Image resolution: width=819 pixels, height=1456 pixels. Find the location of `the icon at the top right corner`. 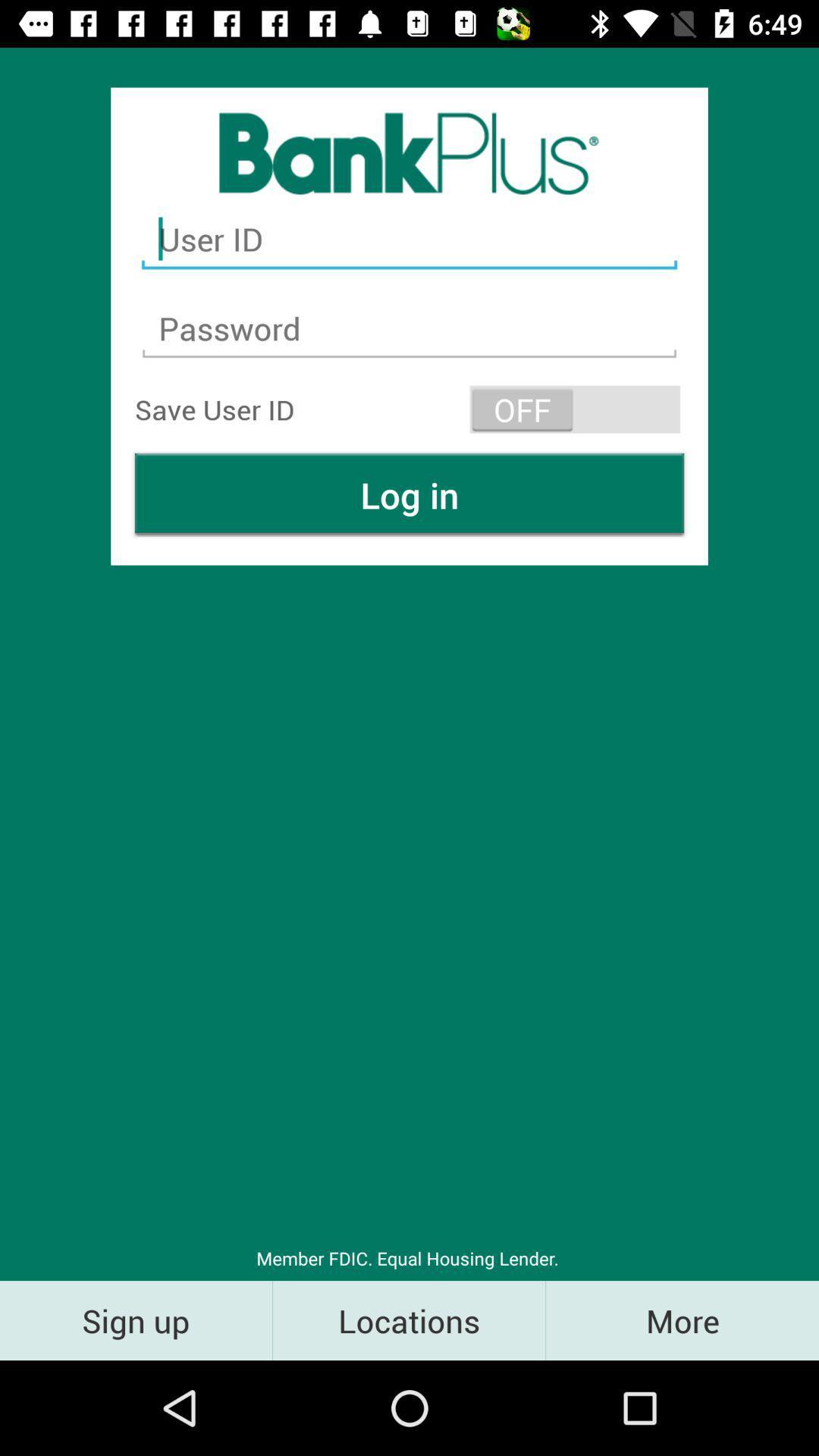

the icon at the top right corner is located at coordinates (575, 409).